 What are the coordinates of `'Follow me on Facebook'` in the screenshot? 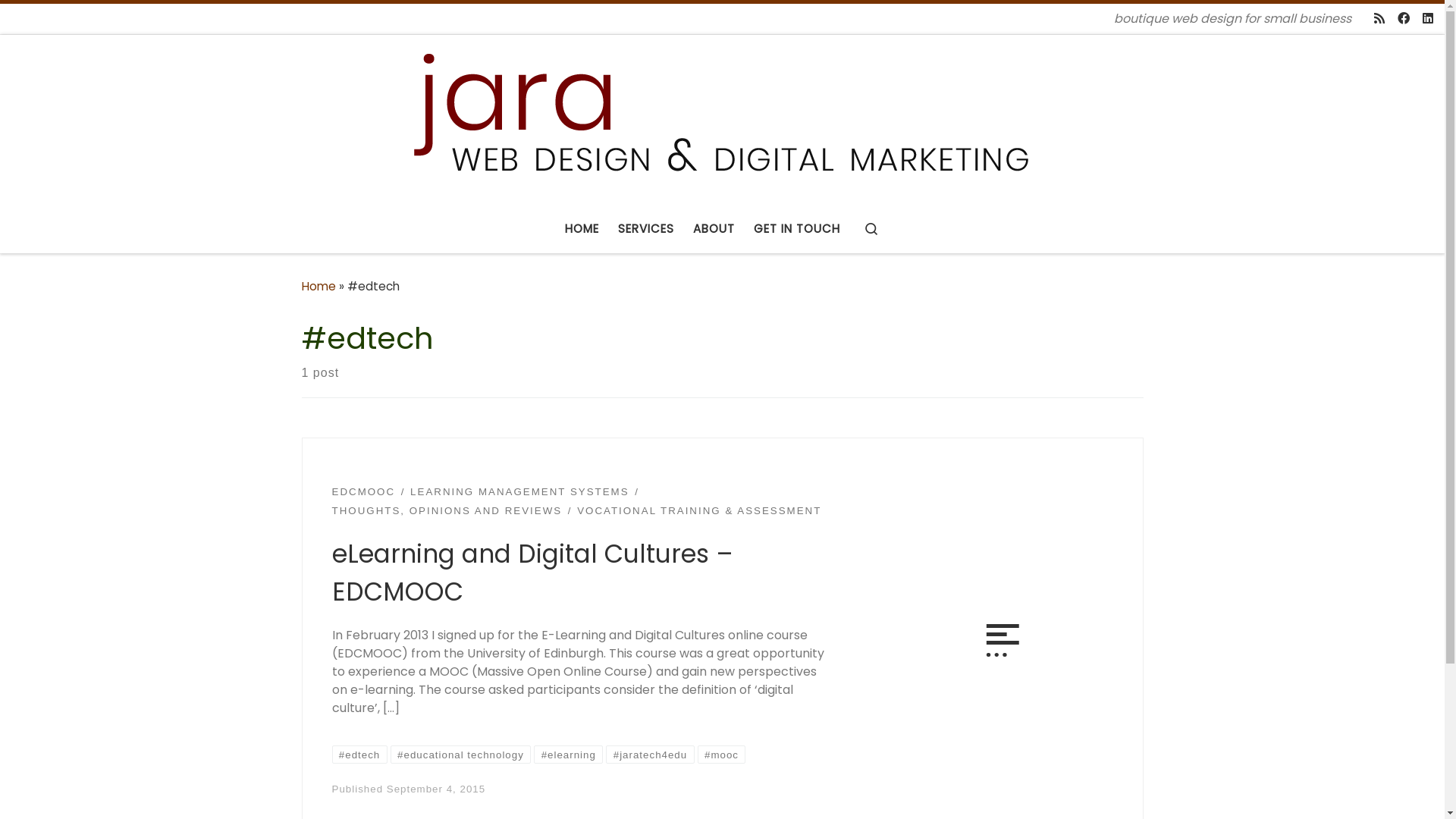 It's located at (1403, 19).